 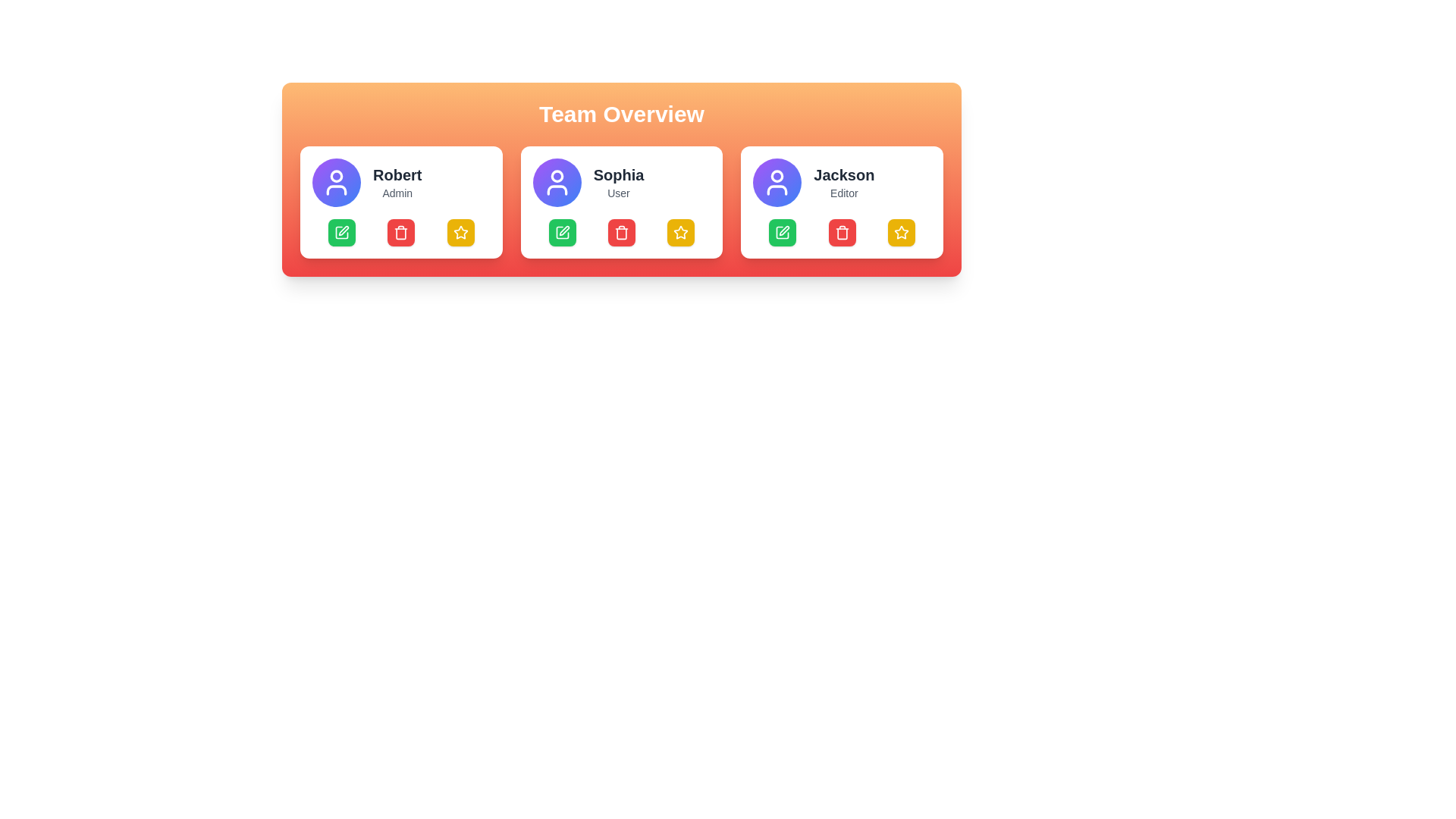 What do you see at coordinates (397, 174) in the screenshot?
I see `the text display element showing 'Robert', which is bold and larger, positioned centrally in the top section of the first card in the 'Team Overview' section` at bounding box center [397, 174].